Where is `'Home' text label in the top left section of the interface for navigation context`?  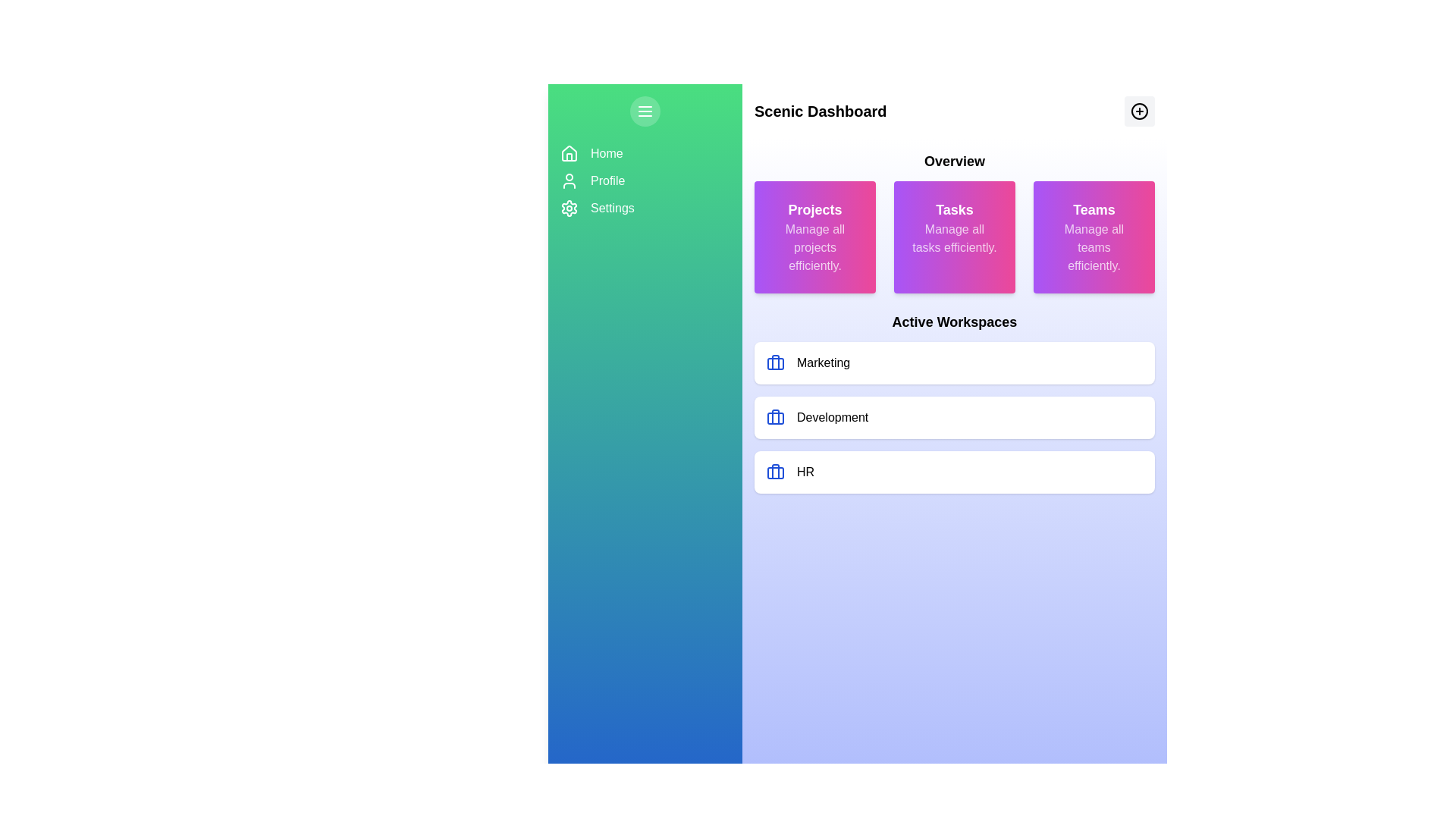 'Home' text label in the top left section of the interface for navigation context is located at coordinates (607, 154).